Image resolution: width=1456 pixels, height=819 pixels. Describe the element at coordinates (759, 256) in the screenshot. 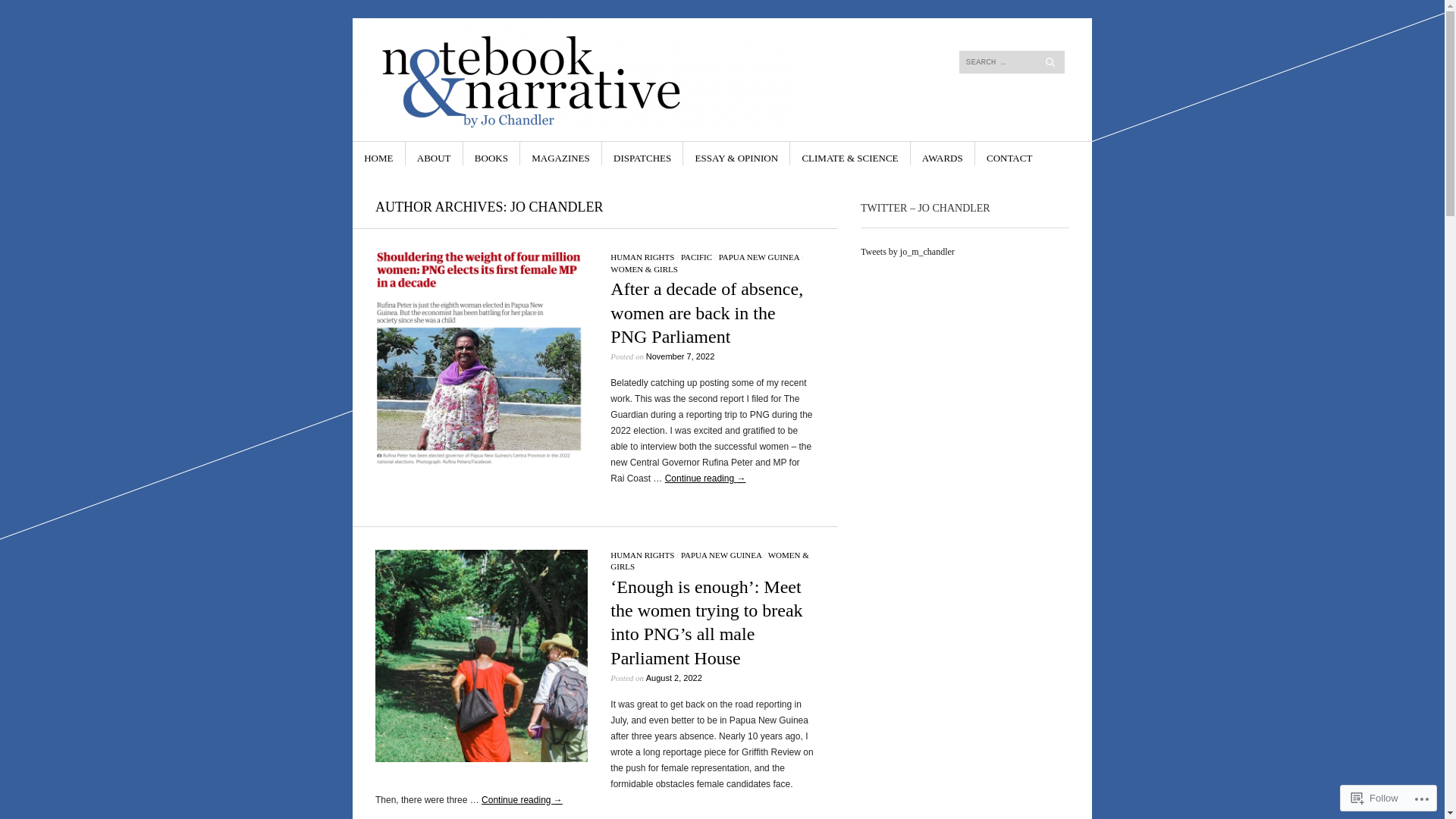

I see `'PAPUA NEW GUINEA'` at that location.